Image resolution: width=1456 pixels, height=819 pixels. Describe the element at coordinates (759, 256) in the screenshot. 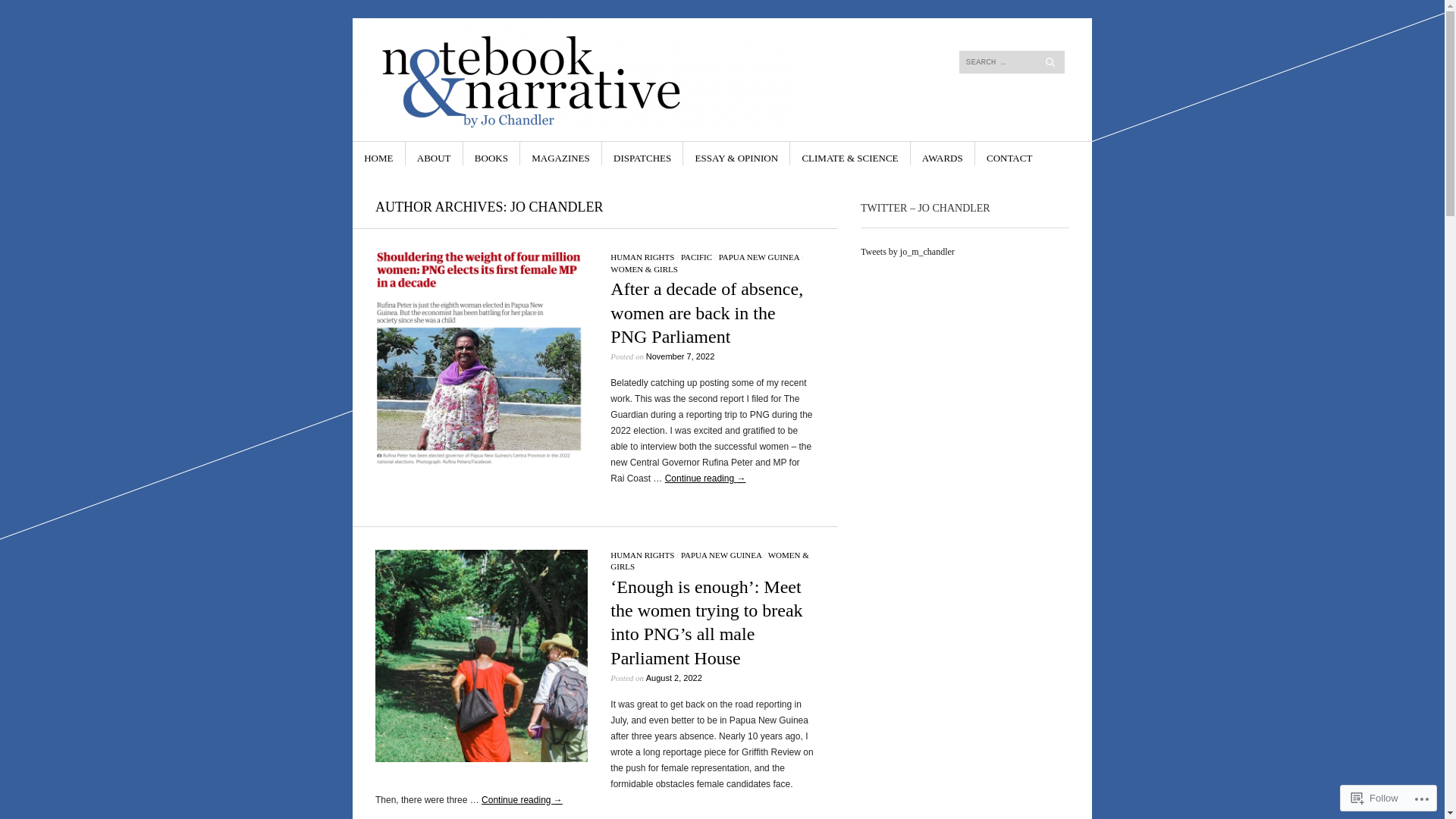

I see `'PAPUA NEW GUINEA'` at that location.